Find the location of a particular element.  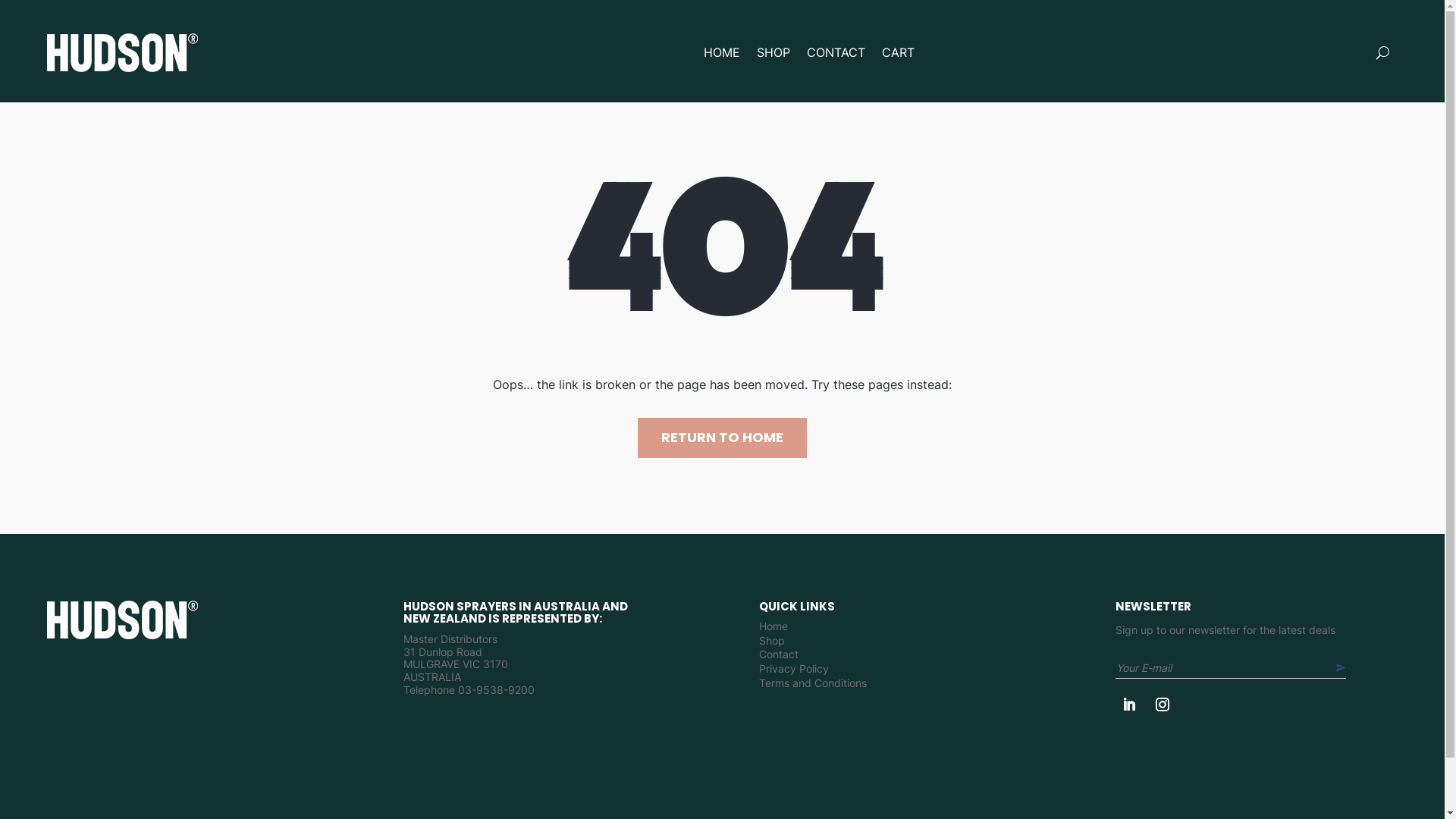

'RETURN TO HOME' is located at coordinates (721, 438).